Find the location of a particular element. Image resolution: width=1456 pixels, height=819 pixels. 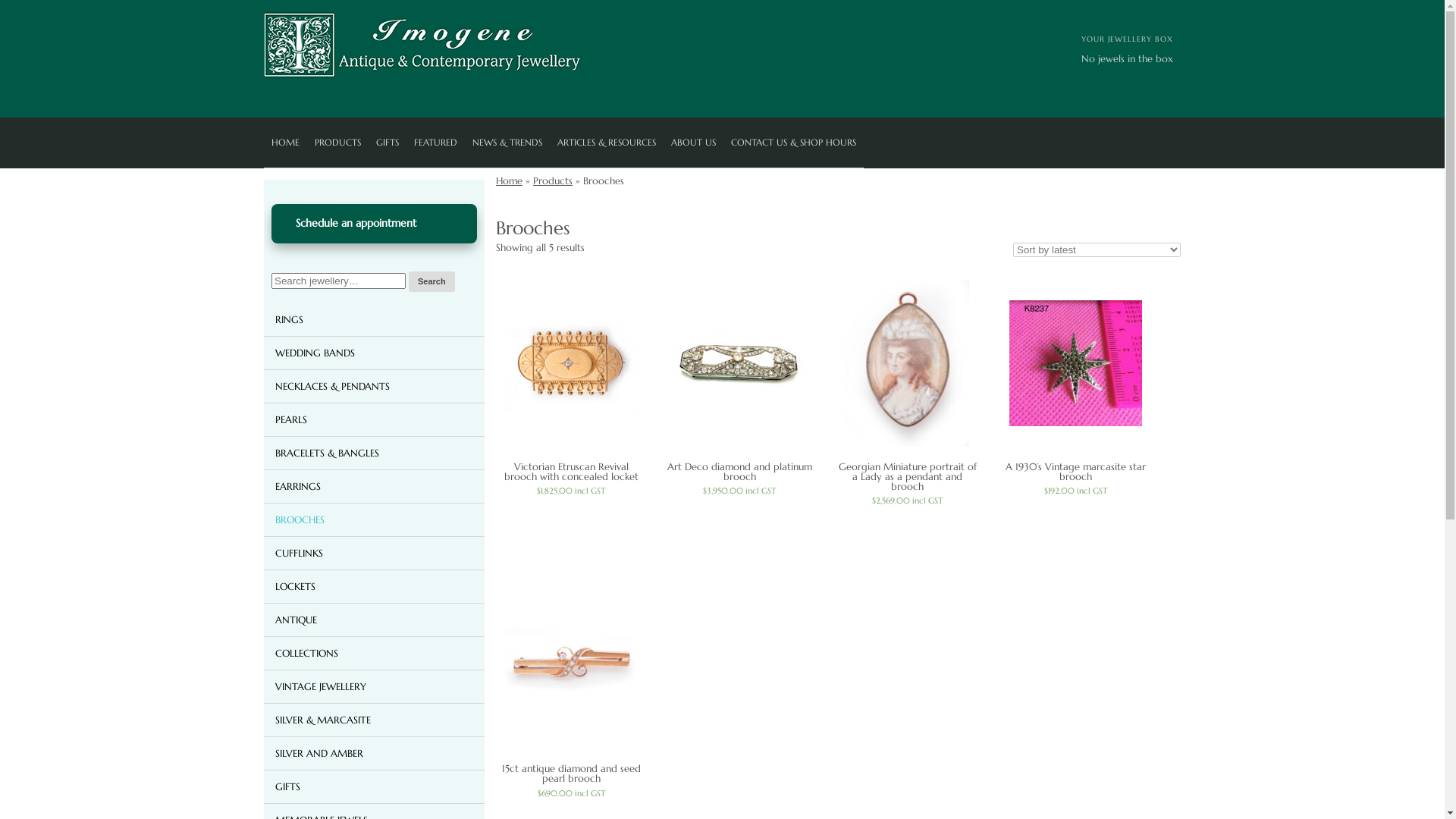

'PEARLS' is located at coordinates (374, 419).